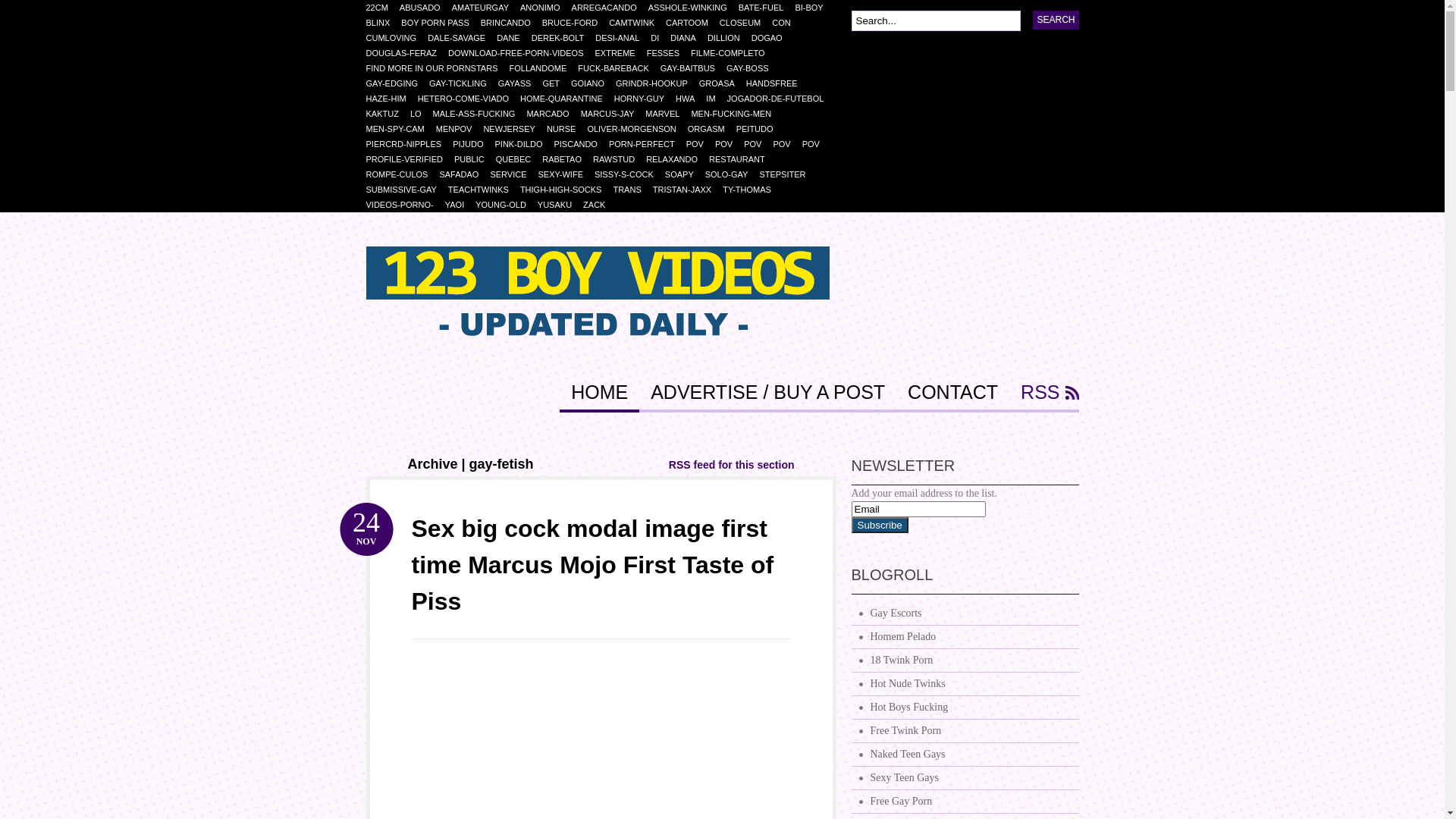  Describe the element at coordinates (506, 205) in the screenshot. I see `'YOUNG-OLD'` at that location.